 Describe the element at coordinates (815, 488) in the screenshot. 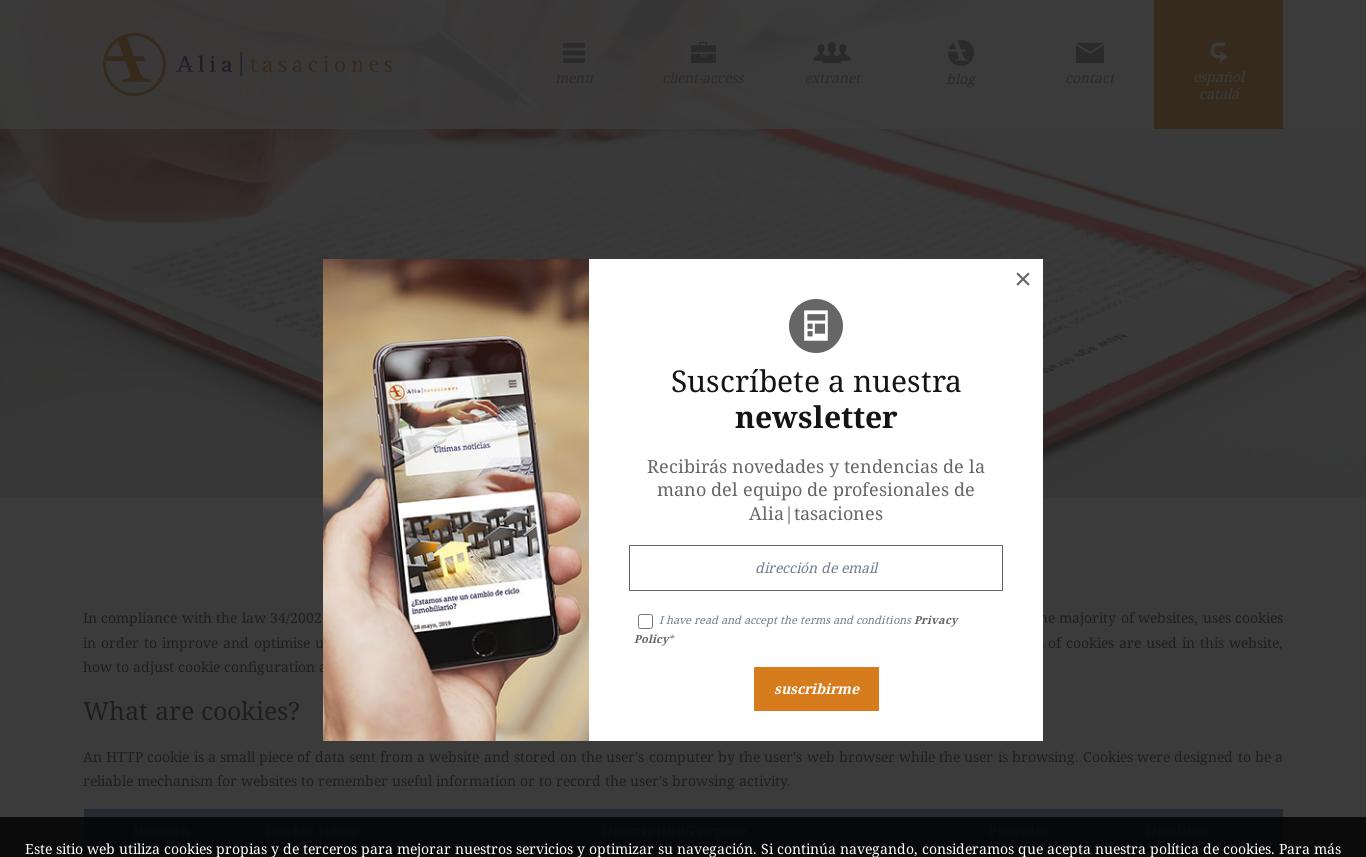

I see `'Recibirás novedades y tendencias de la mano del equipo de profesionales de Alia|tasaciones'` at that location.